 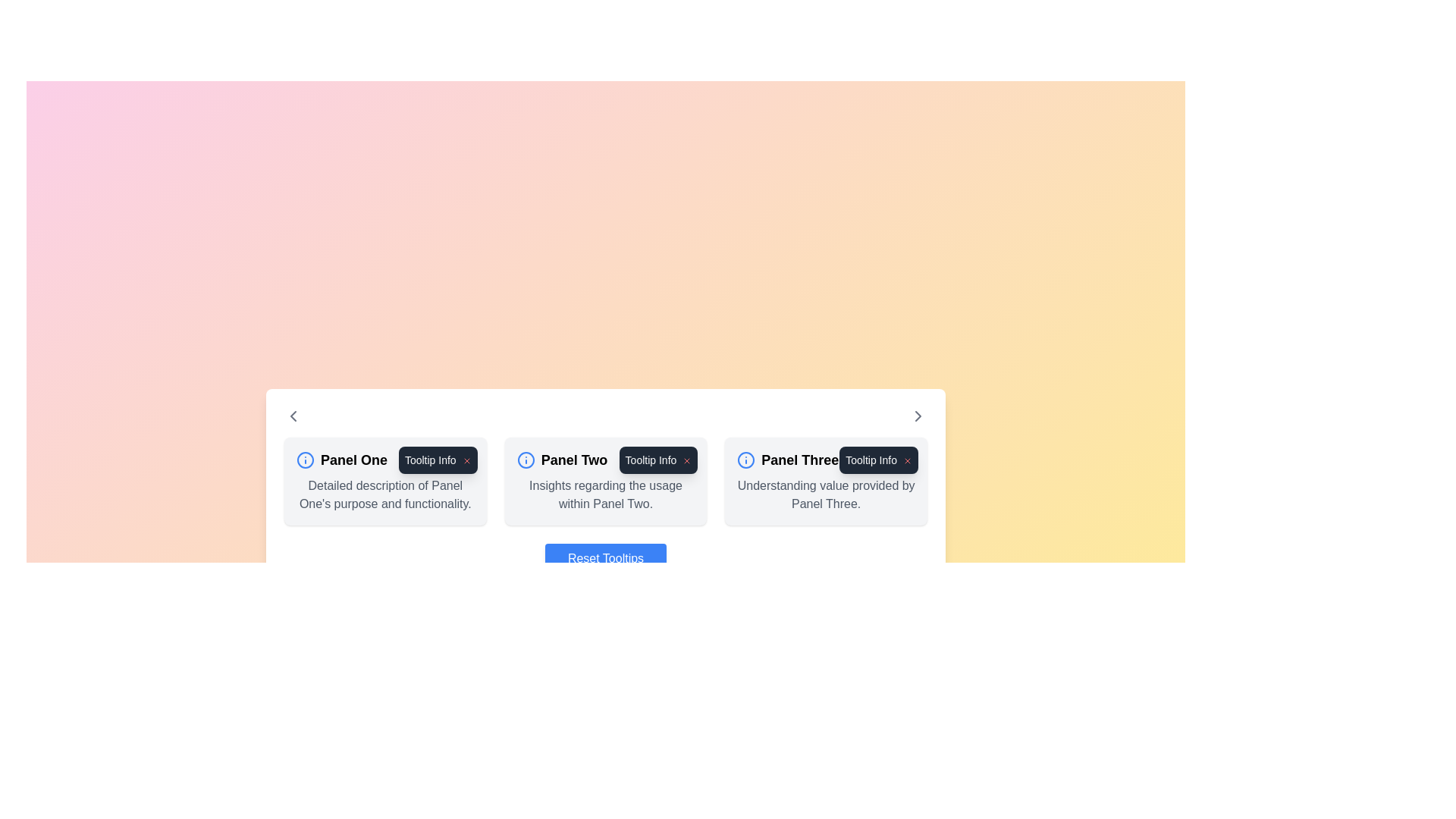 What do you see at coordinates (917, 416) in the screenshot?
I see `the right-facing chevron button located at the far right of the layout to proceed to the next content` at bounding box center [917, 416].